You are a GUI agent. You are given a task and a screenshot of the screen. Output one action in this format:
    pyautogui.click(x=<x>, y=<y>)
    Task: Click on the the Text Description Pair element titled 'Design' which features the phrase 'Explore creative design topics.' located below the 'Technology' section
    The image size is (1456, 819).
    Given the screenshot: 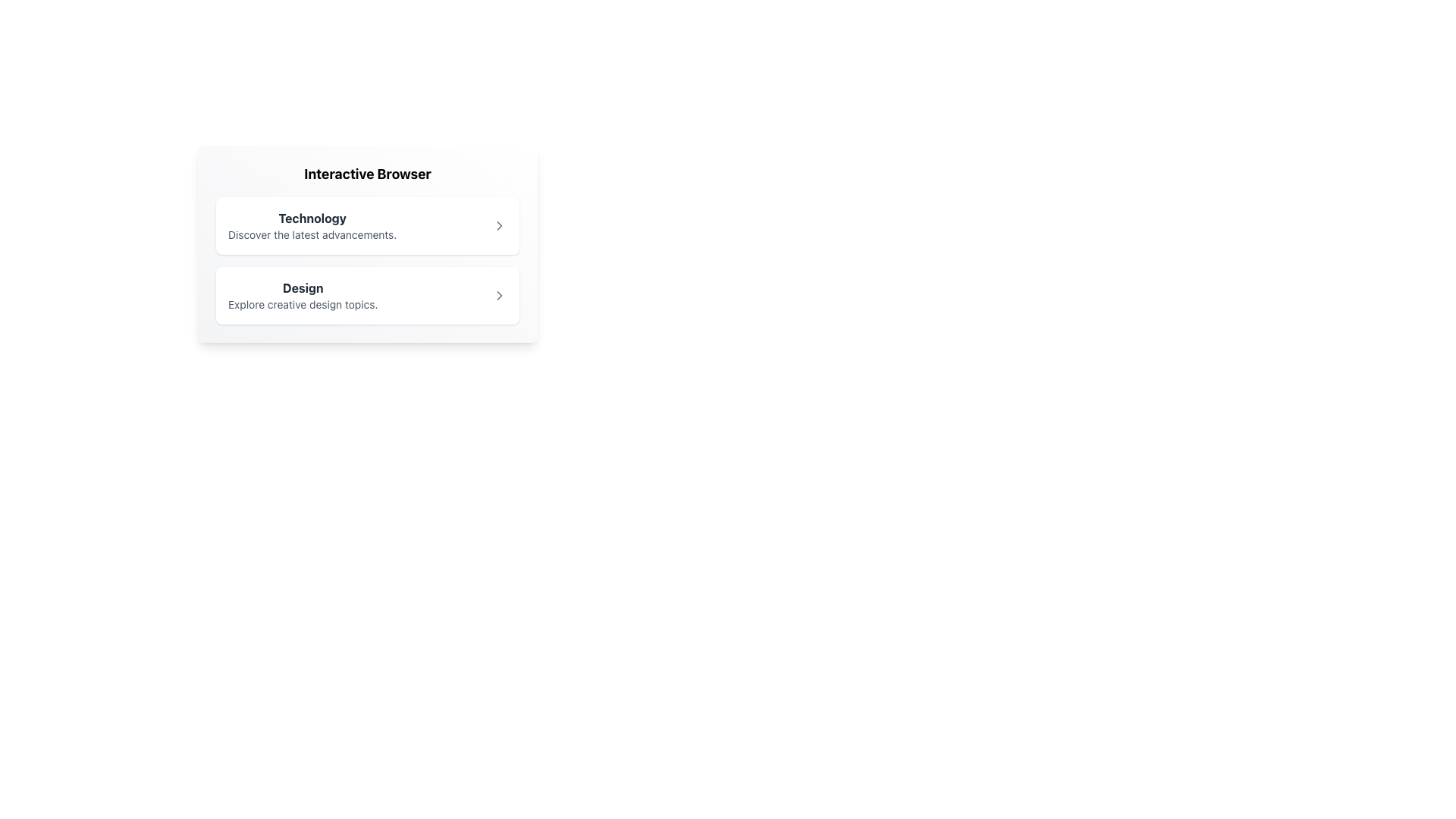 What is the action you would take?
    pyautogui.click(x=303, y=295)
    